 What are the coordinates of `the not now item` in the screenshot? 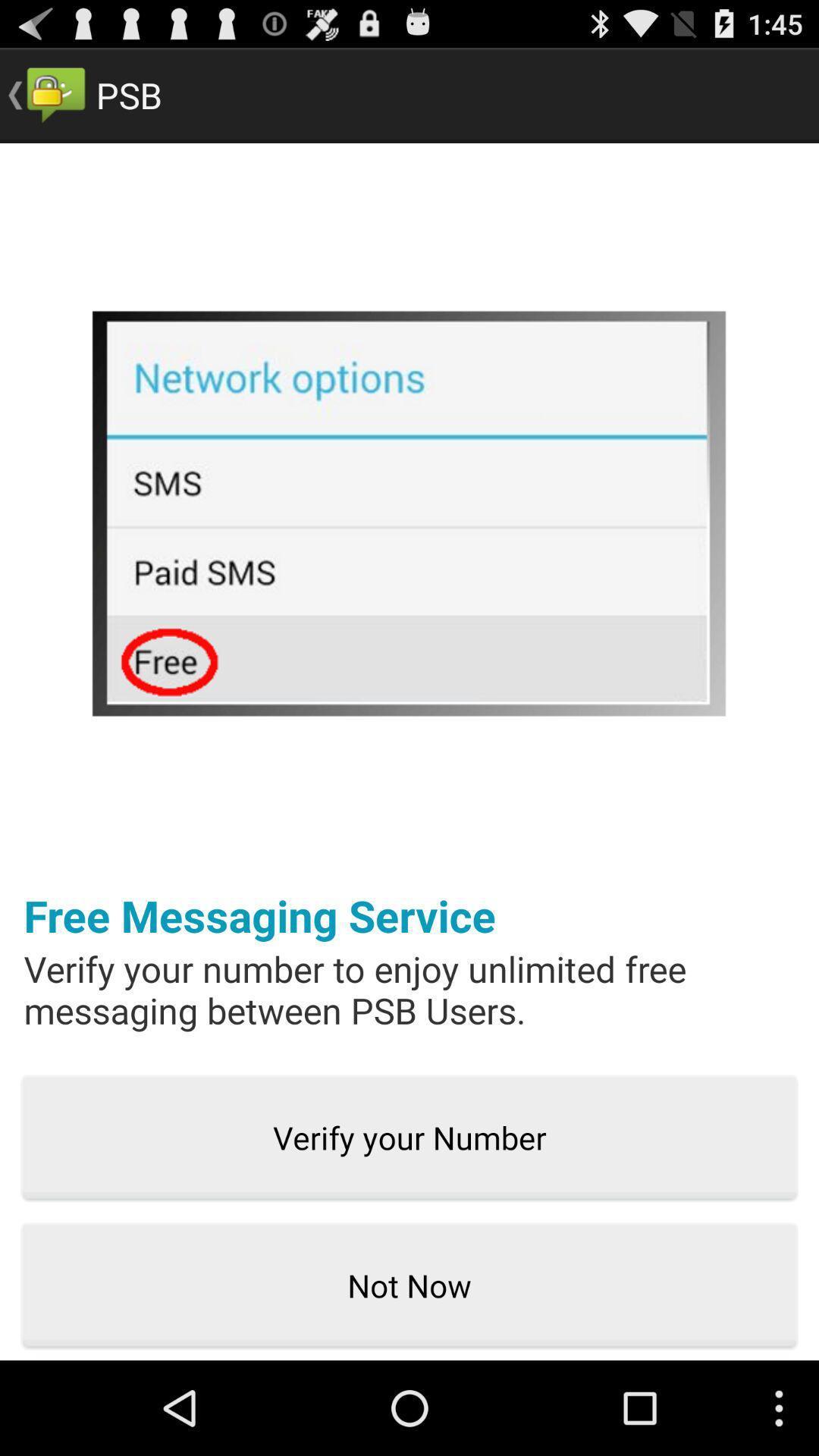 It's located at (409, 1285).